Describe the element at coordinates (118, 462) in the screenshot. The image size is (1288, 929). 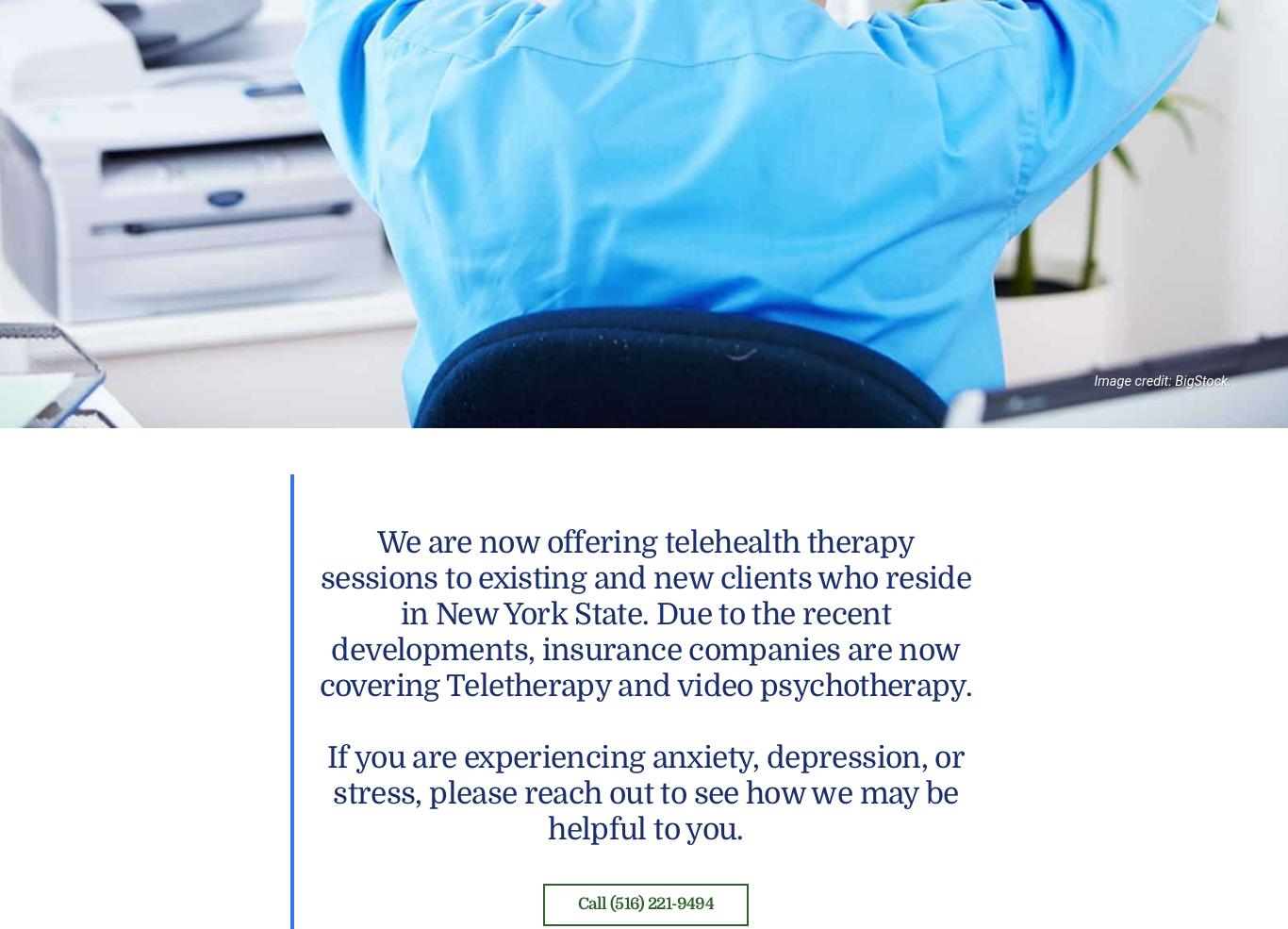
I see `'Previous'` at that location.